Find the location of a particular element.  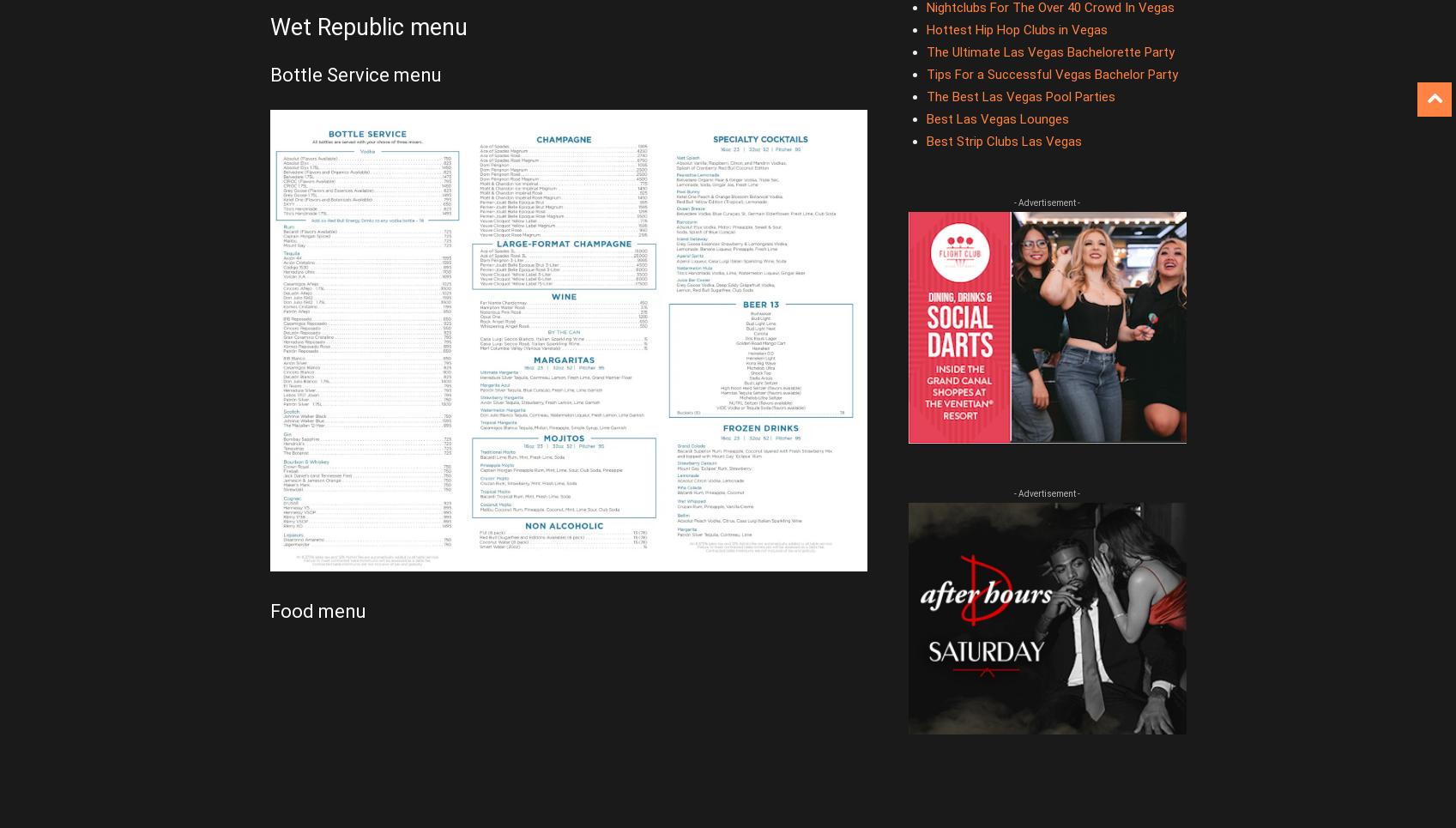

'The Best Las Vegas Pool Parties' is located at coordinates (924, 97).